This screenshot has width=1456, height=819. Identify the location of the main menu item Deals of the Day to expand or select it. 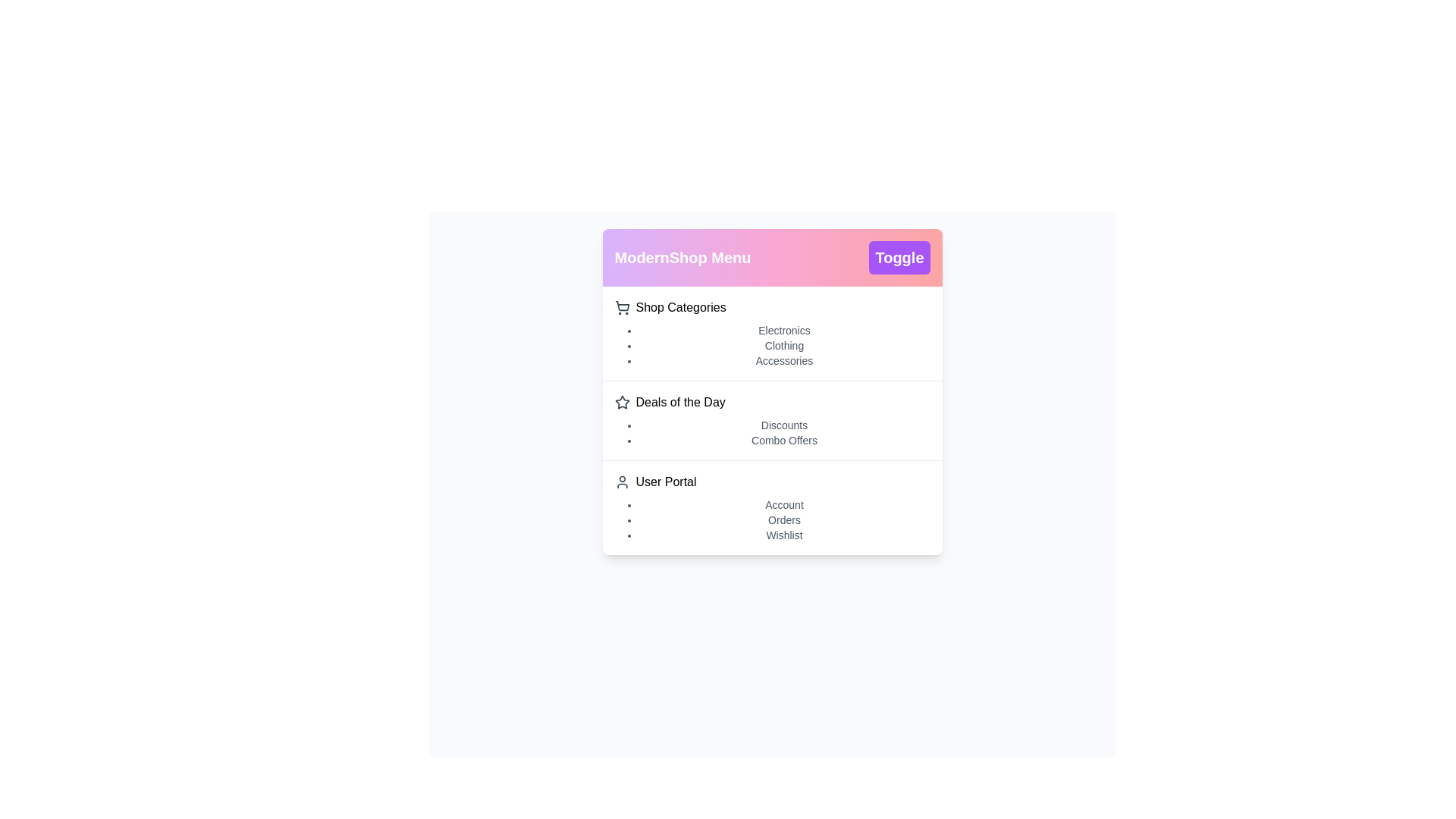
(772, 402).